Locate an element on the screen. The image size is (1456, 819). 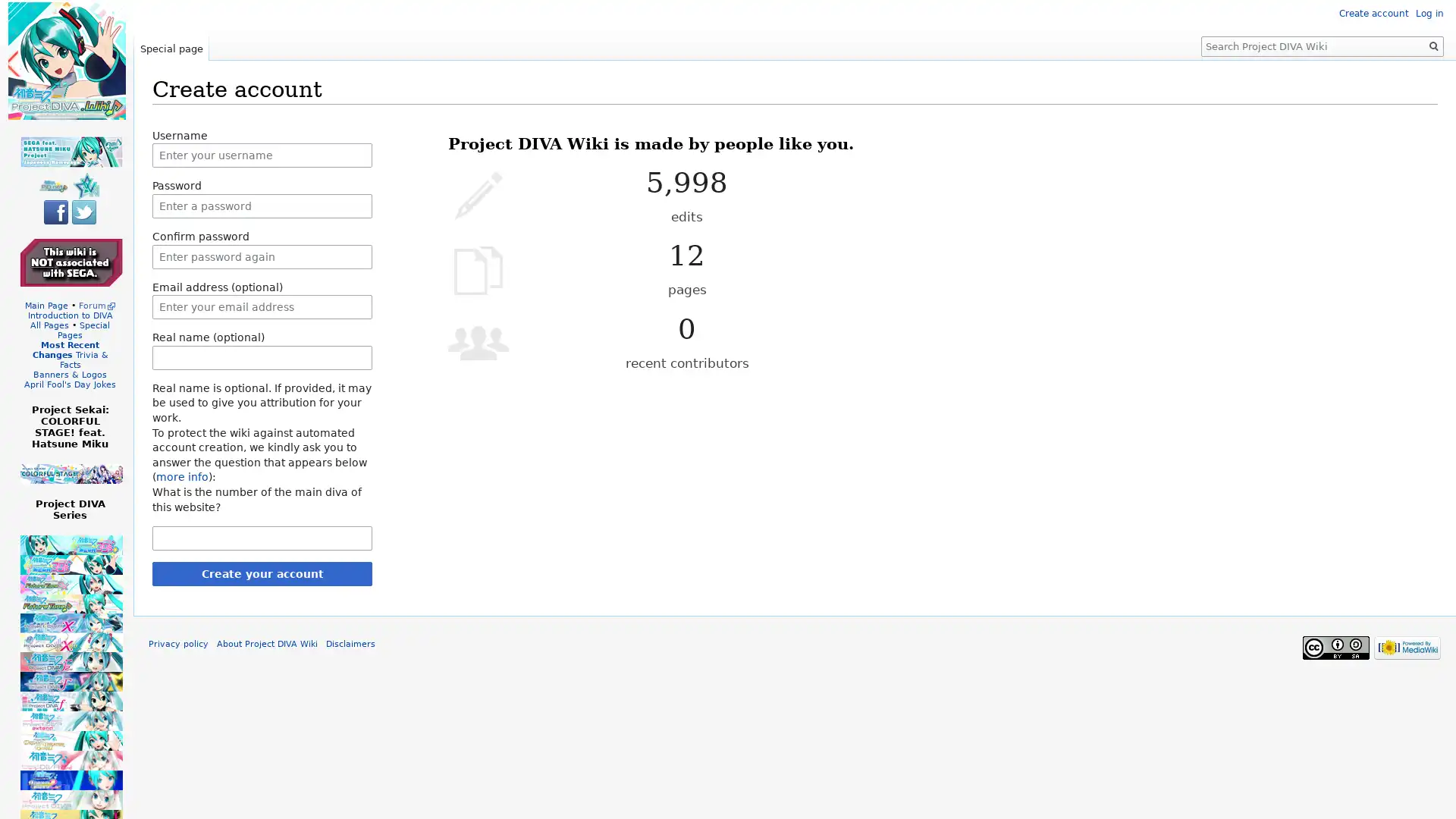
Create your account is located at coordinates (262, 573).